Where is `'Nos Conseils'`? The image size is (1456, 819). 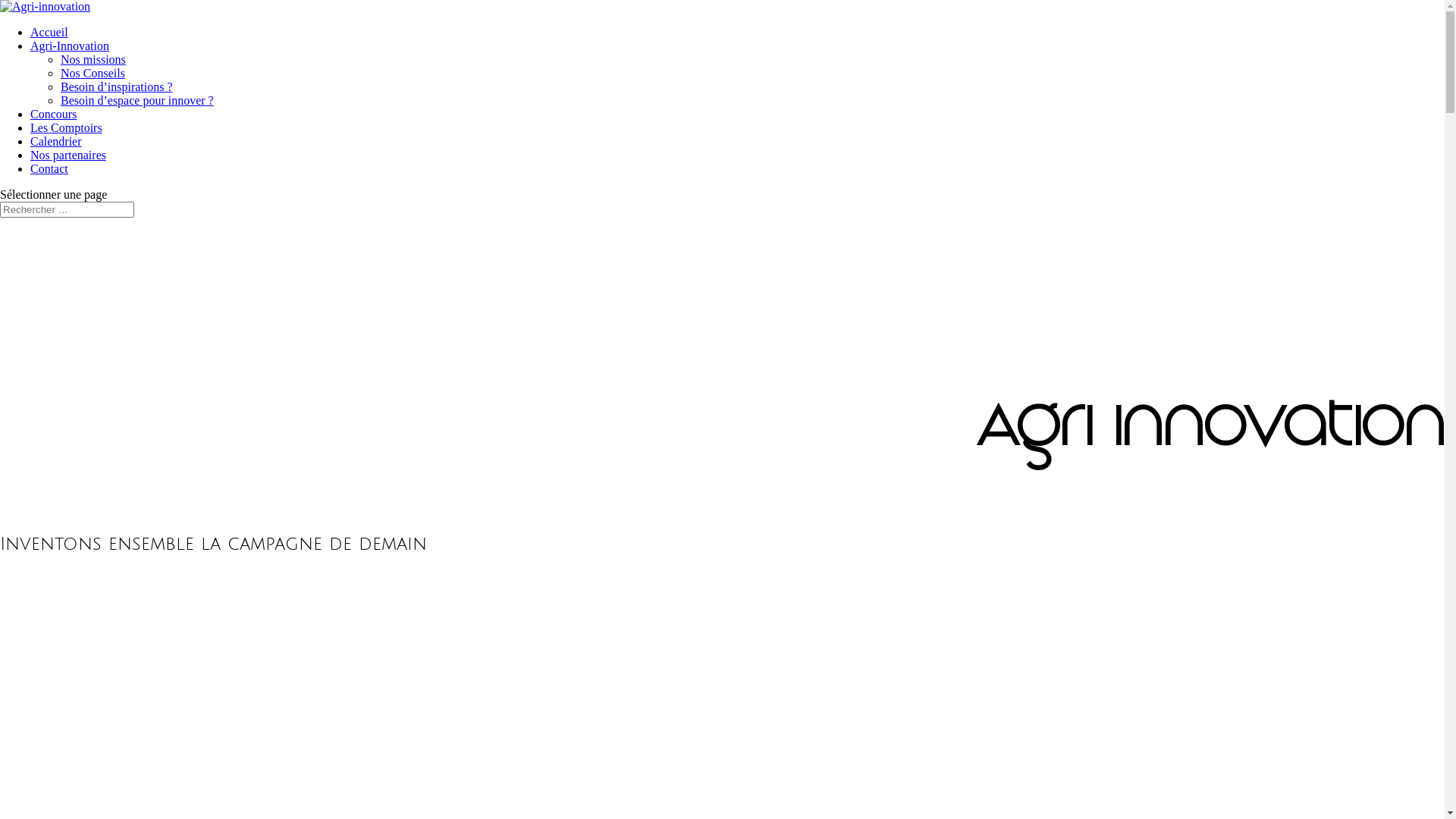
'Nos Conseils' is located at coordinates (61, 73).